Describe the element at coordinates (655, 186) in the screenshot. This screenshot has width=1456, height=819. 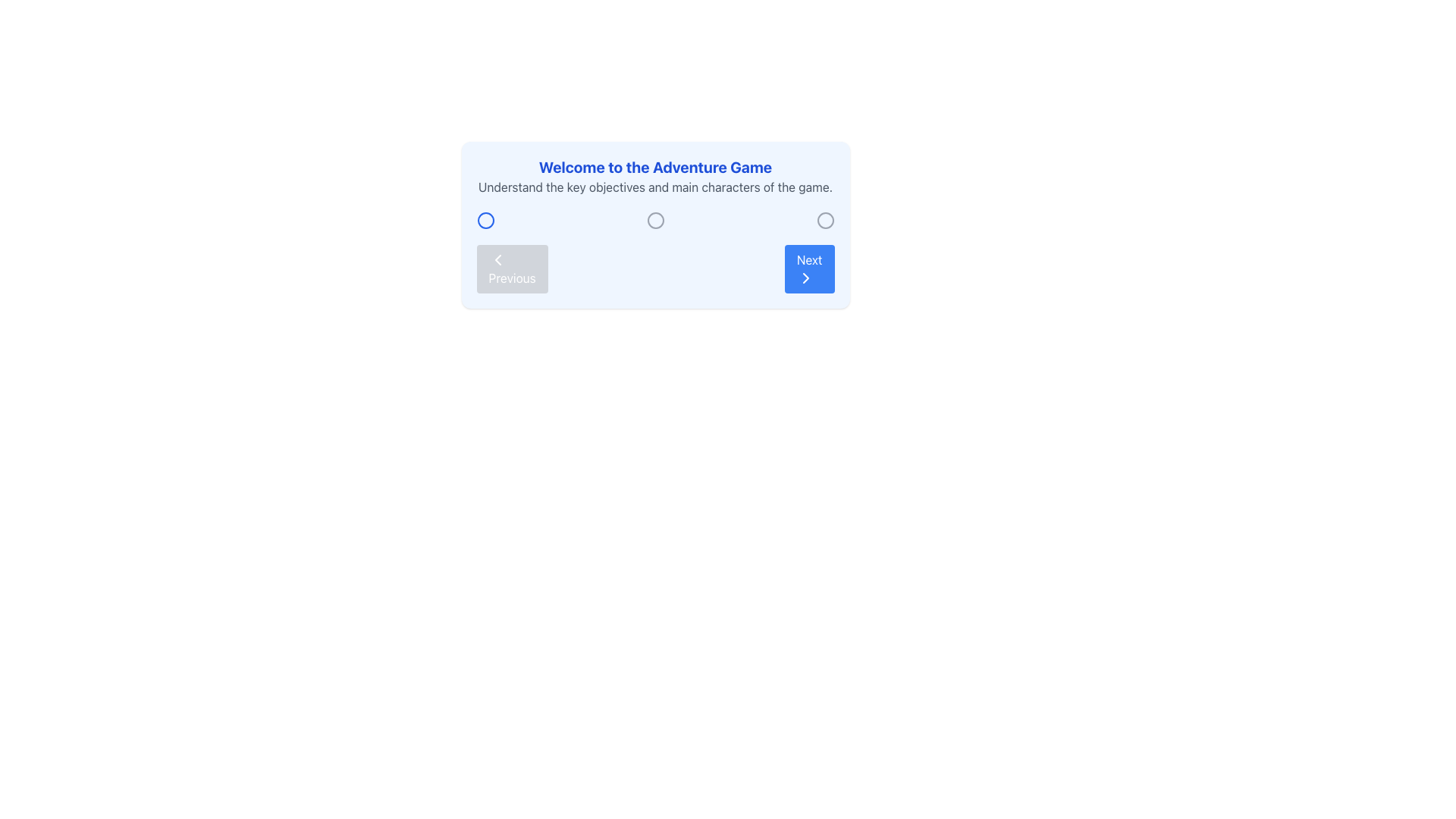
I see `text label that contains the phrase 'Understand the key objectives and main characters of the game.' which is styled in gray and positioned below the header 'Welcome to the Adventure Game'` at that location.